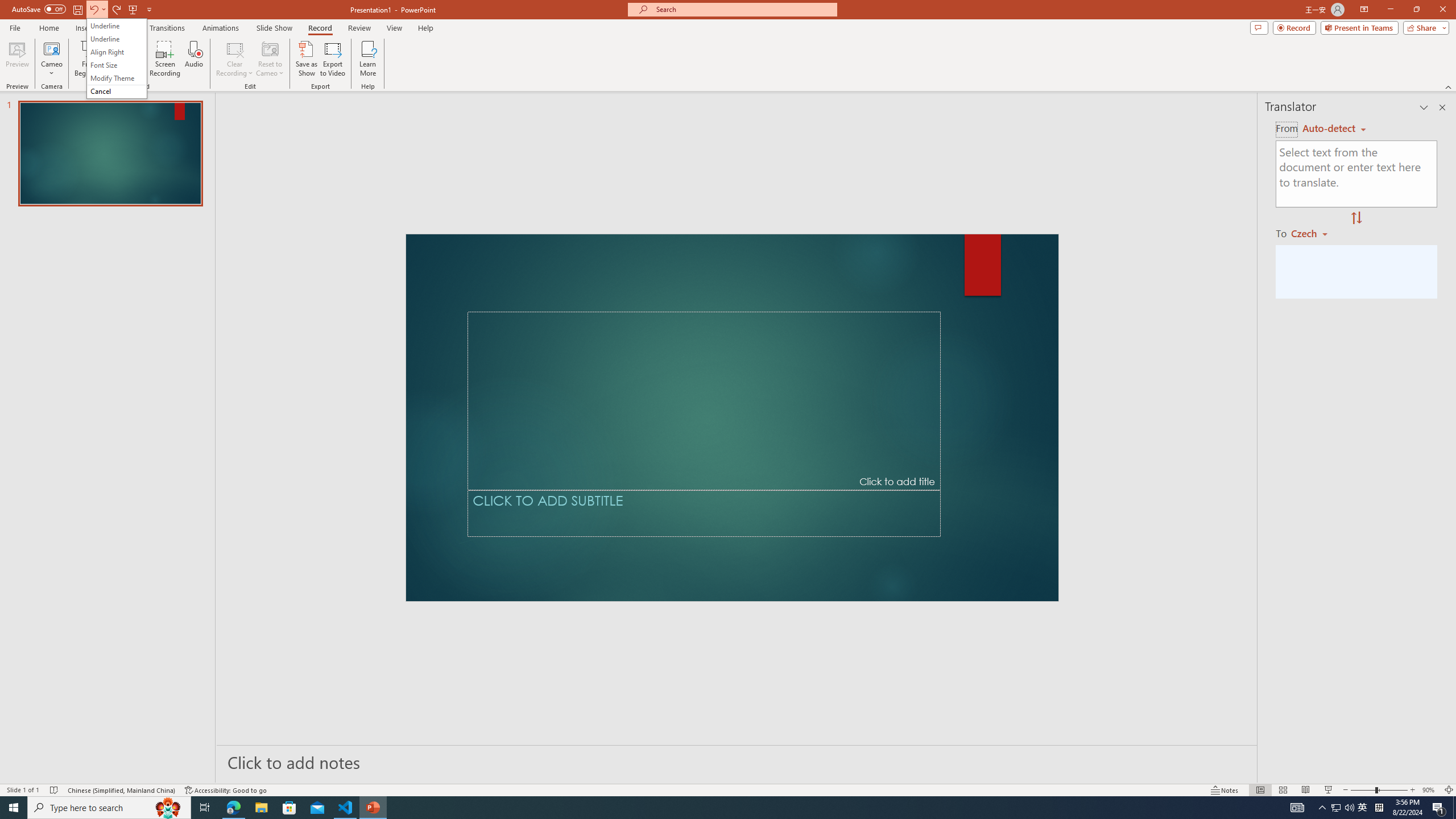 The height and width of the screenshot is (819, 1456). I want to click on 'Zoom 90%', so click(1430, 790).